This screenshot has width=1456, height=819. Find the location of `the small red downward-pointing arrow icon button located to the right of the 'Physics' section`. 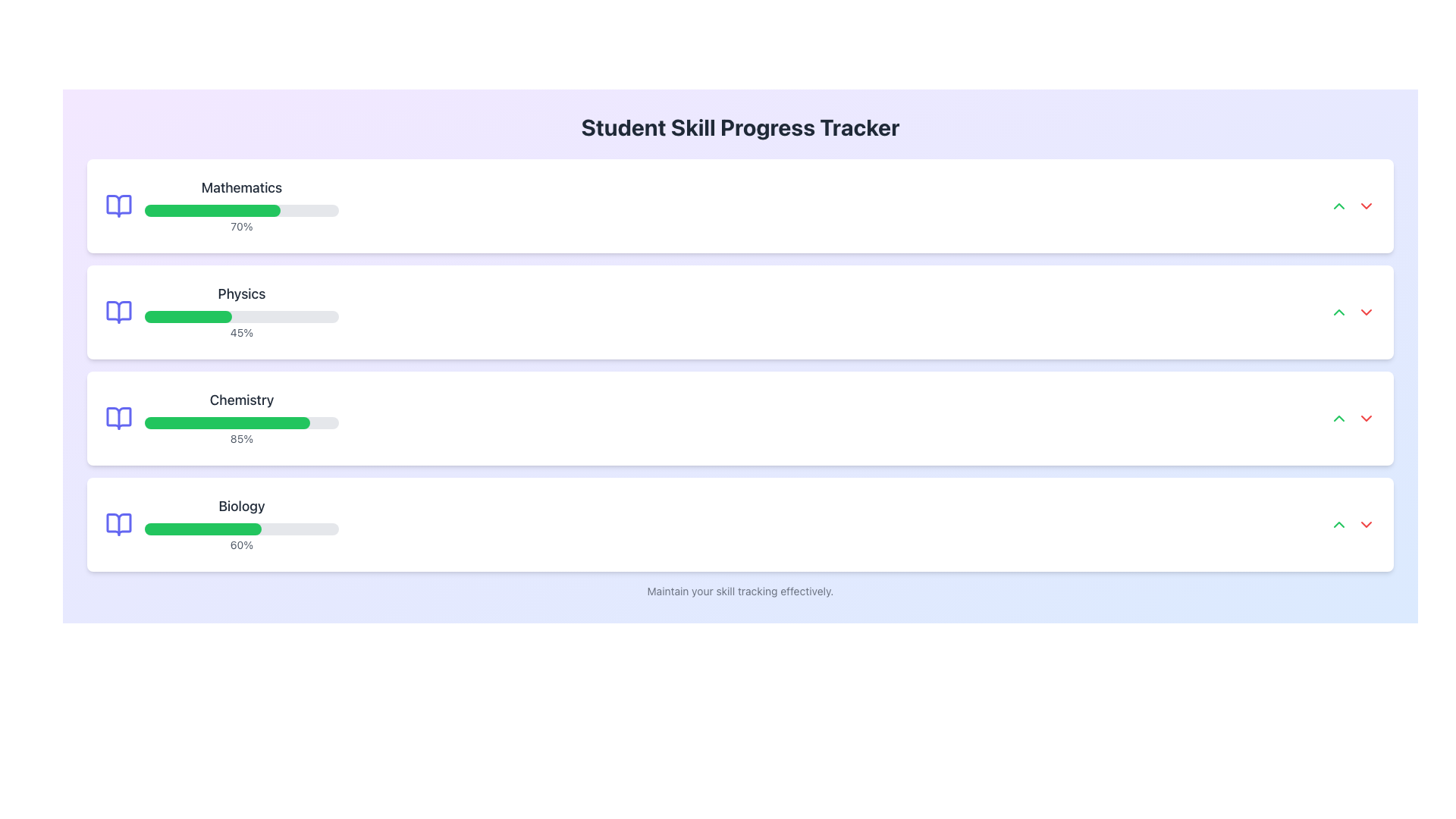

the small red downward-pointing arrow icon button located to the right of the 'Physics' section is located at coordinates (1366, 312).